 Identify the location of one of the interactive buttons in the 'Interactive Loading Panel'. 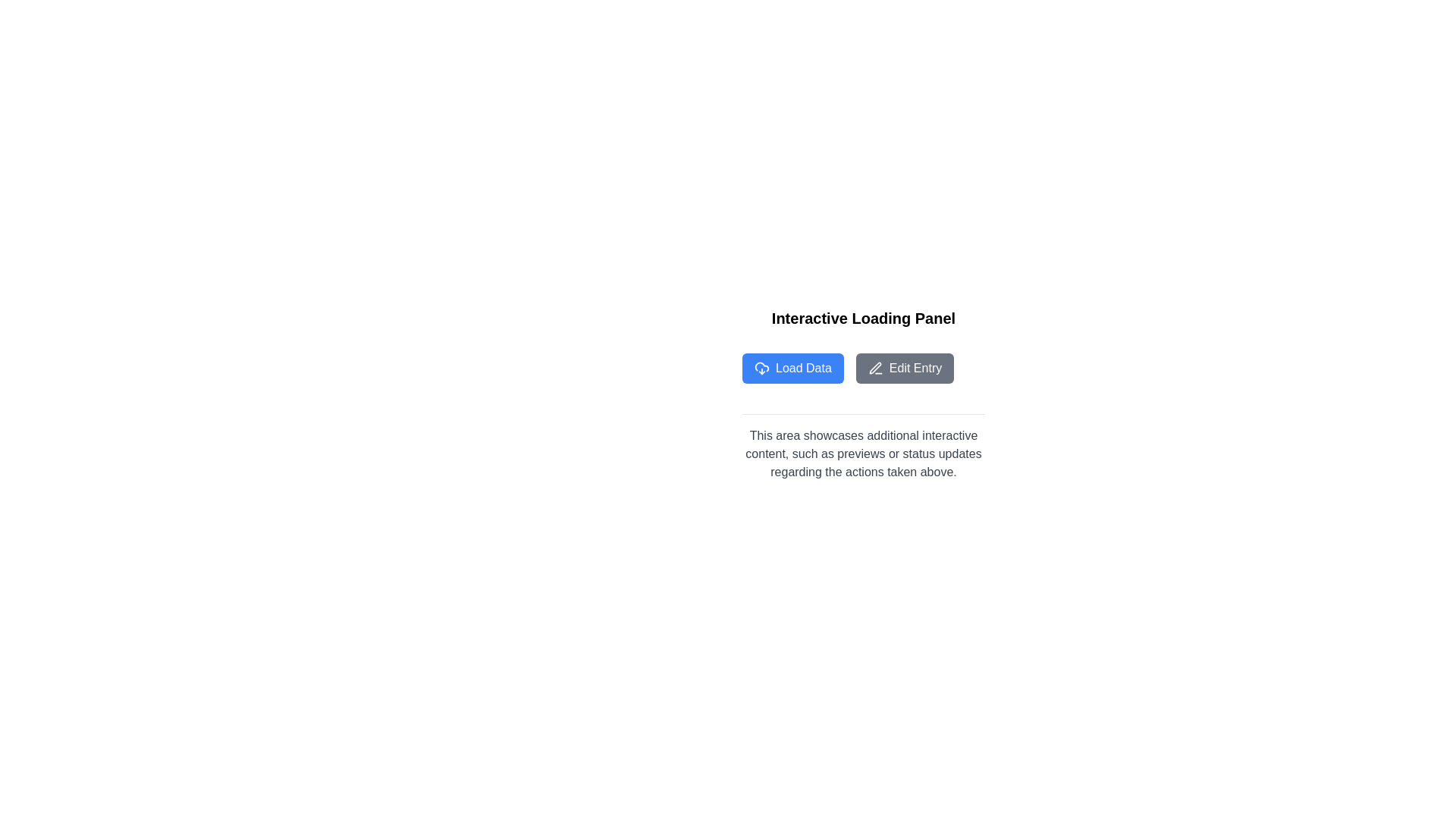
(863, 369).